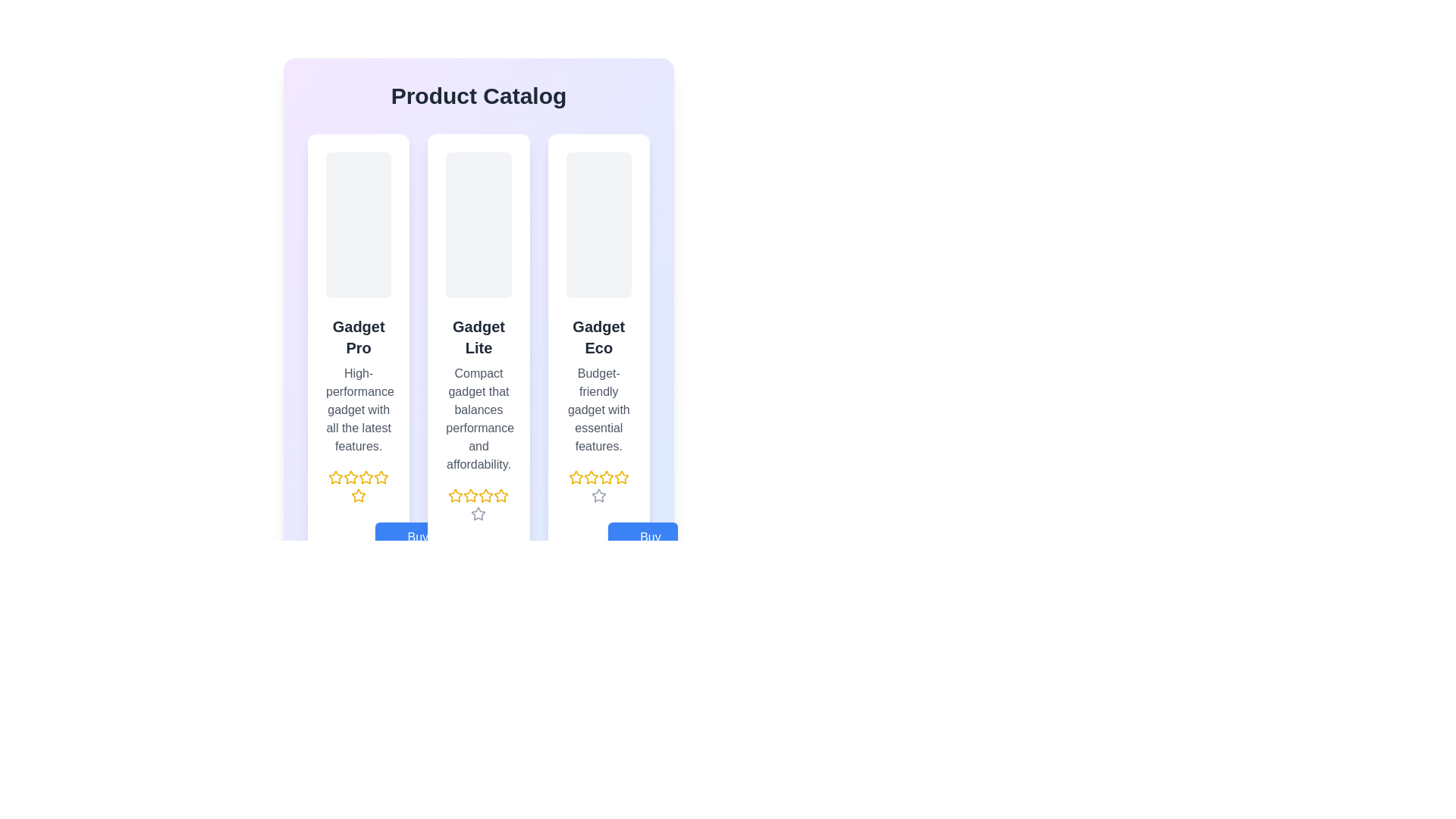 The height and width of the screenshot is (819, 1456). I want to click on the second yellow outlined star icon in the rating section beneath the 'Gadget Lite' product description for interaction, so click(455, 495).